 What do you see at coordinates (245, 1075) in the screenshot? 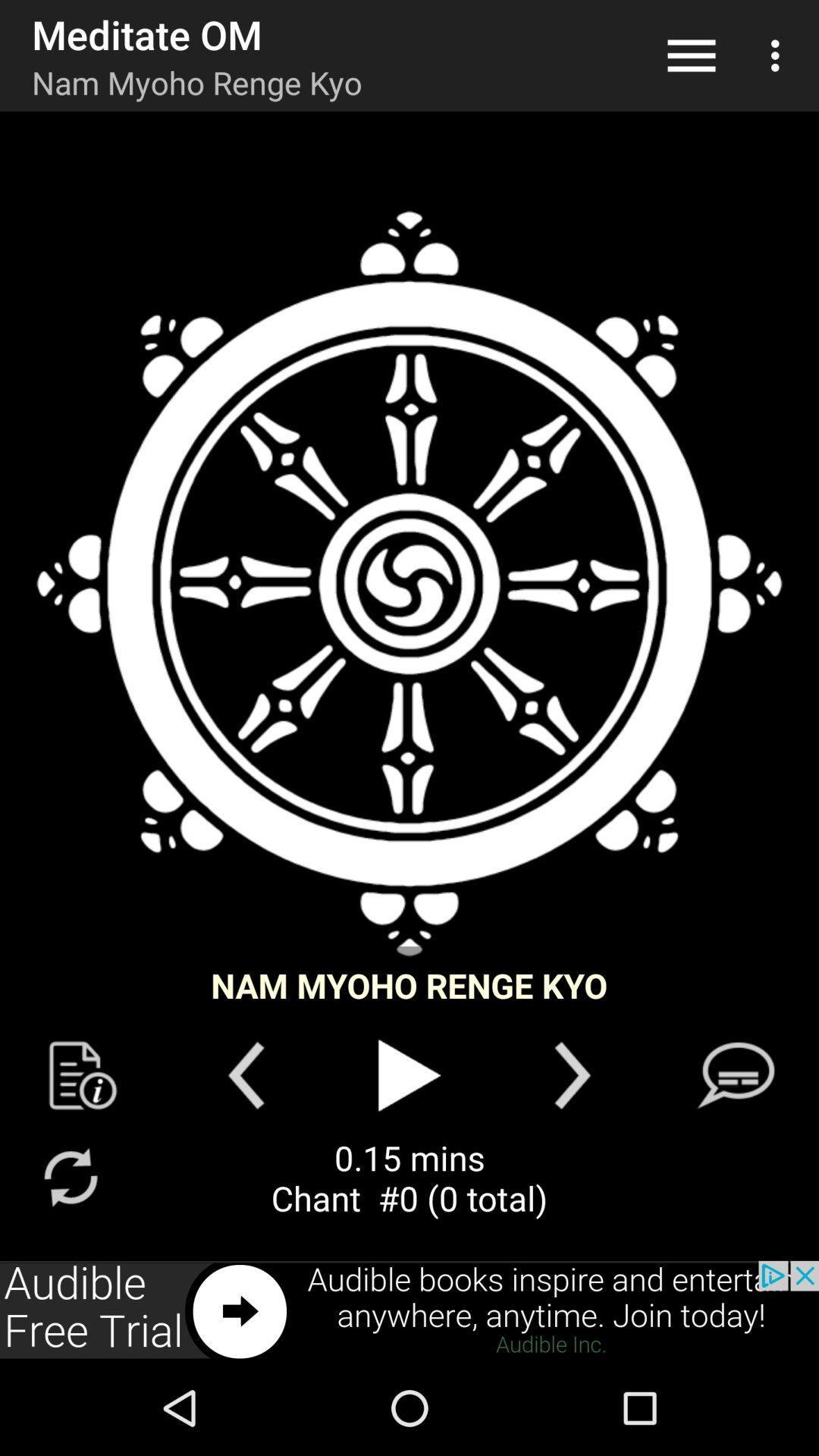
I see `go back` at bounding box center [245, 1075].